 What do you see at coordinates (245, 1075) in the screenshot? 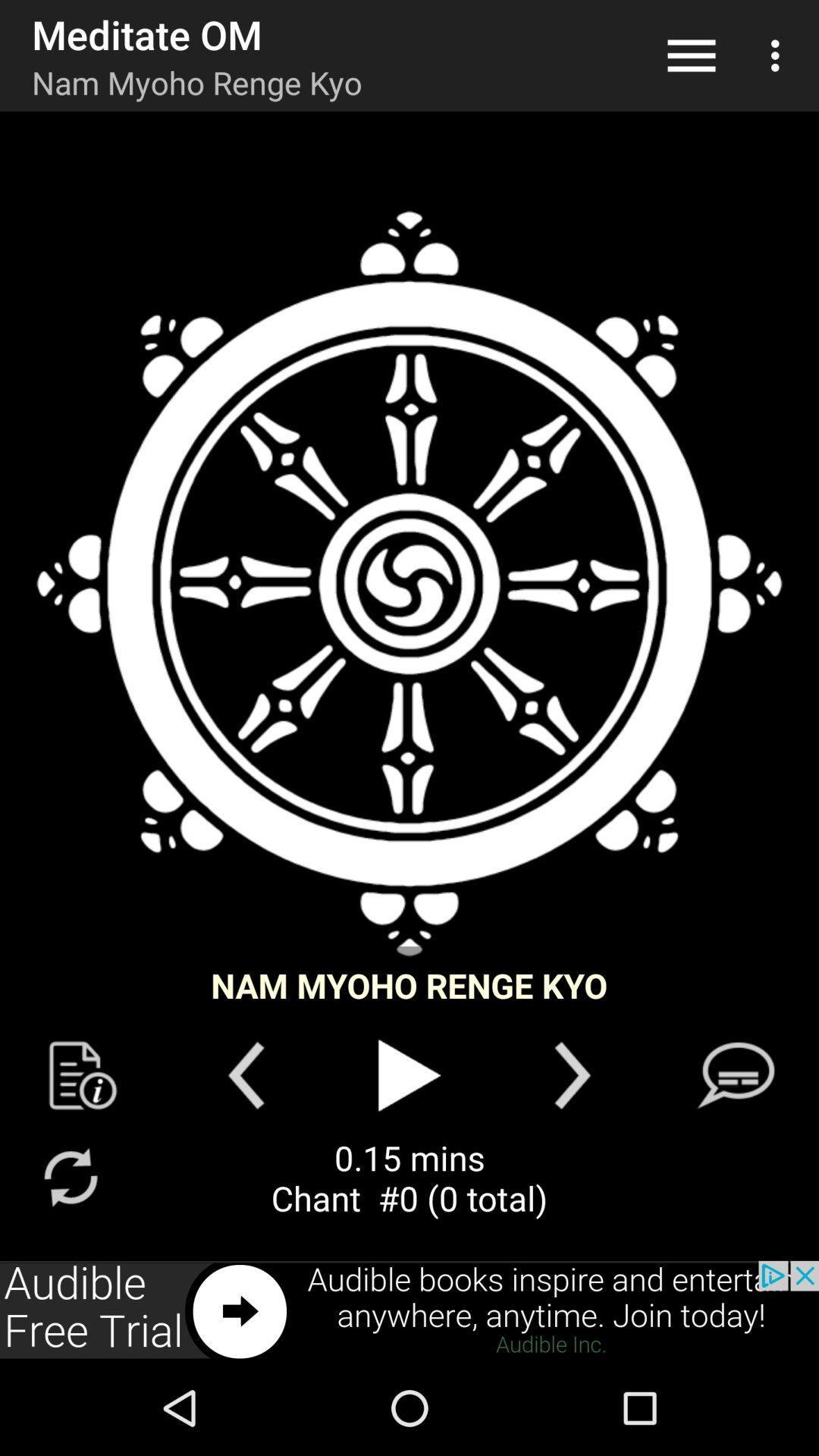
I see `go back` at bounding box center [245, 1075].